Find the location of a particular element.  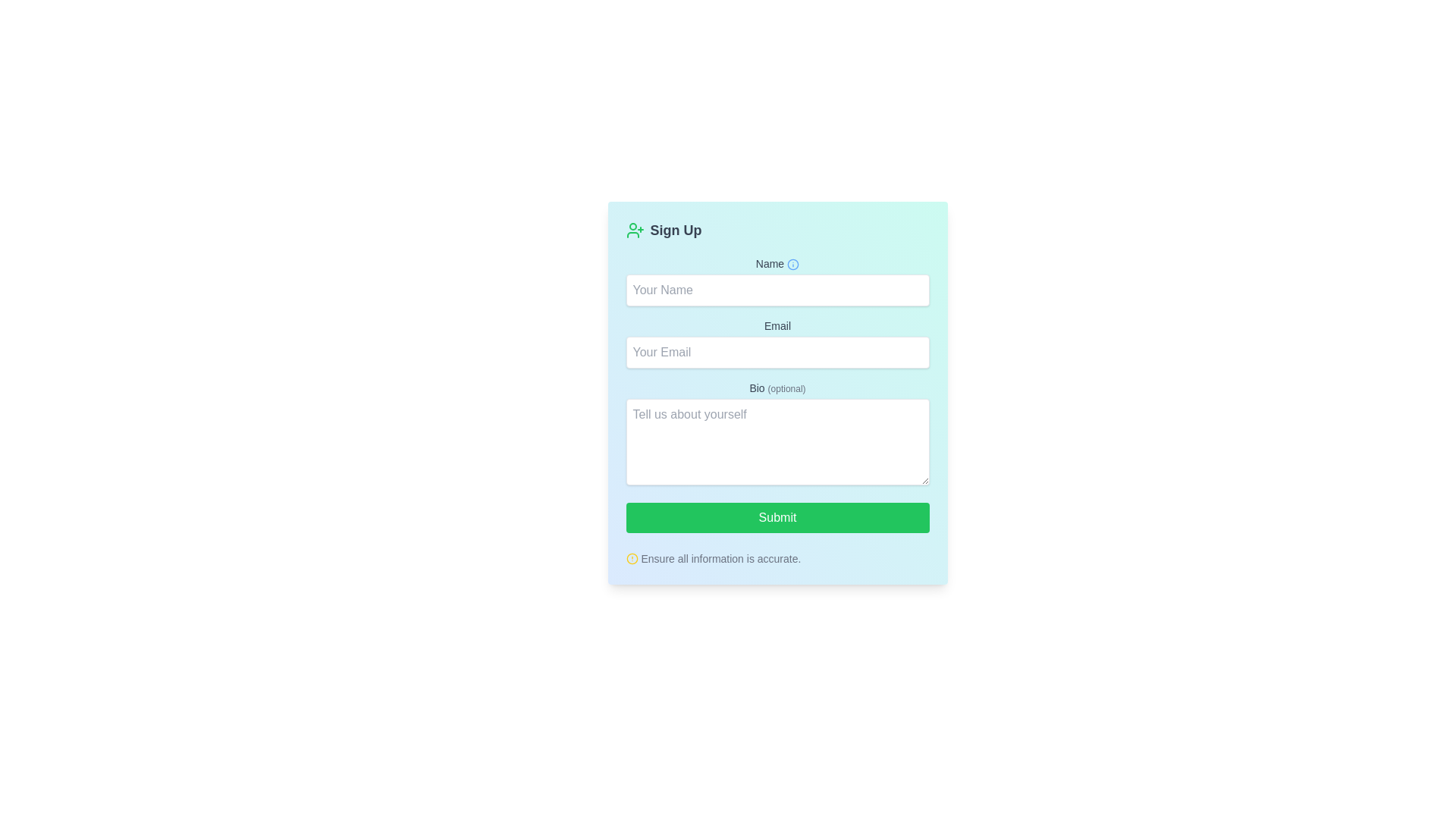

the small circular blue outline icon with an 'i' symbol, which is positioned to the right of the 'Name' label in the user form is located at coordinates (792, 264).